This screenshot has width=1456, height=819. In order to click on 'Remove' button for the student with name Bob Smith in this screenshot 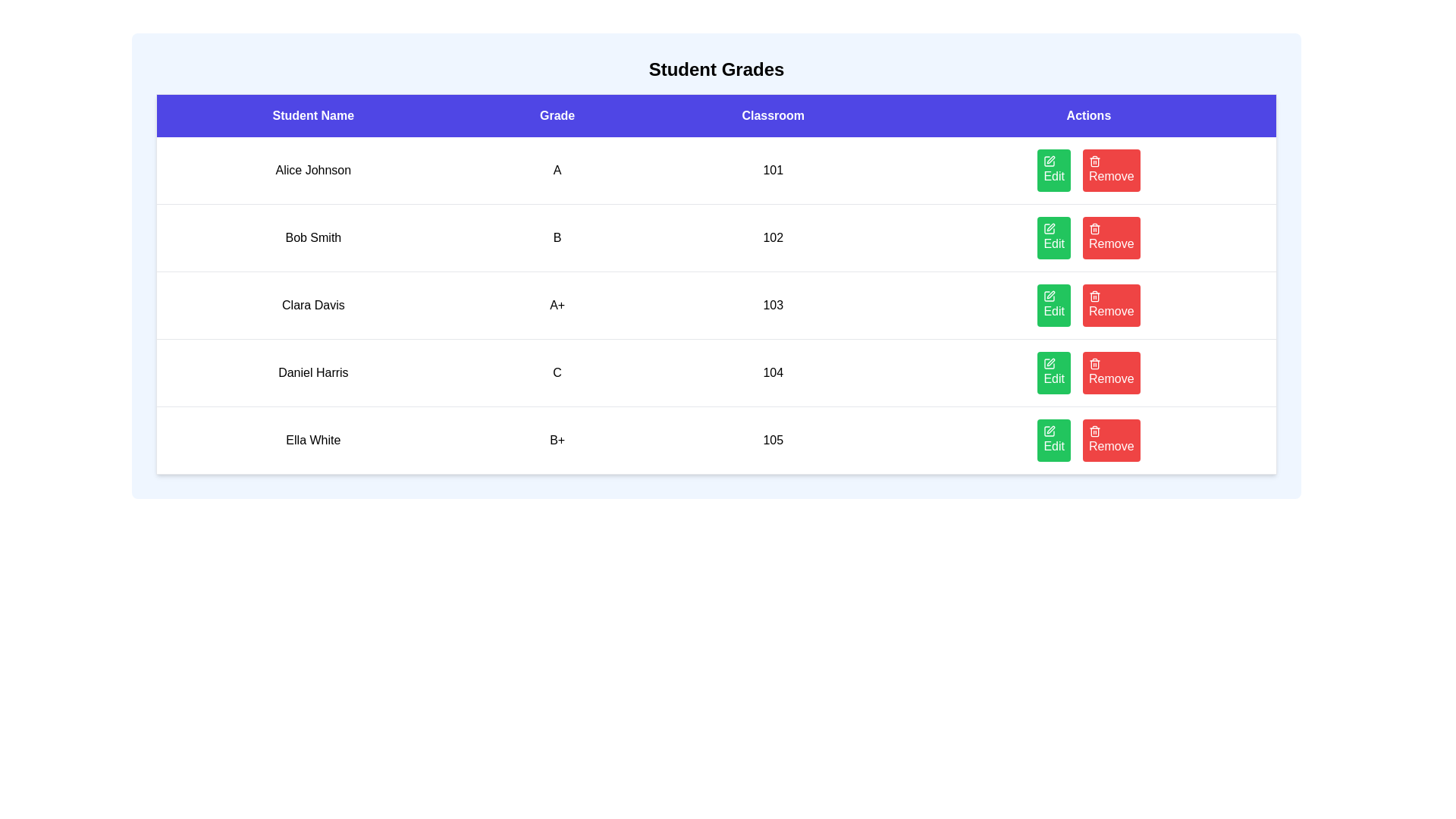, I will do `click(1111, 237)`.